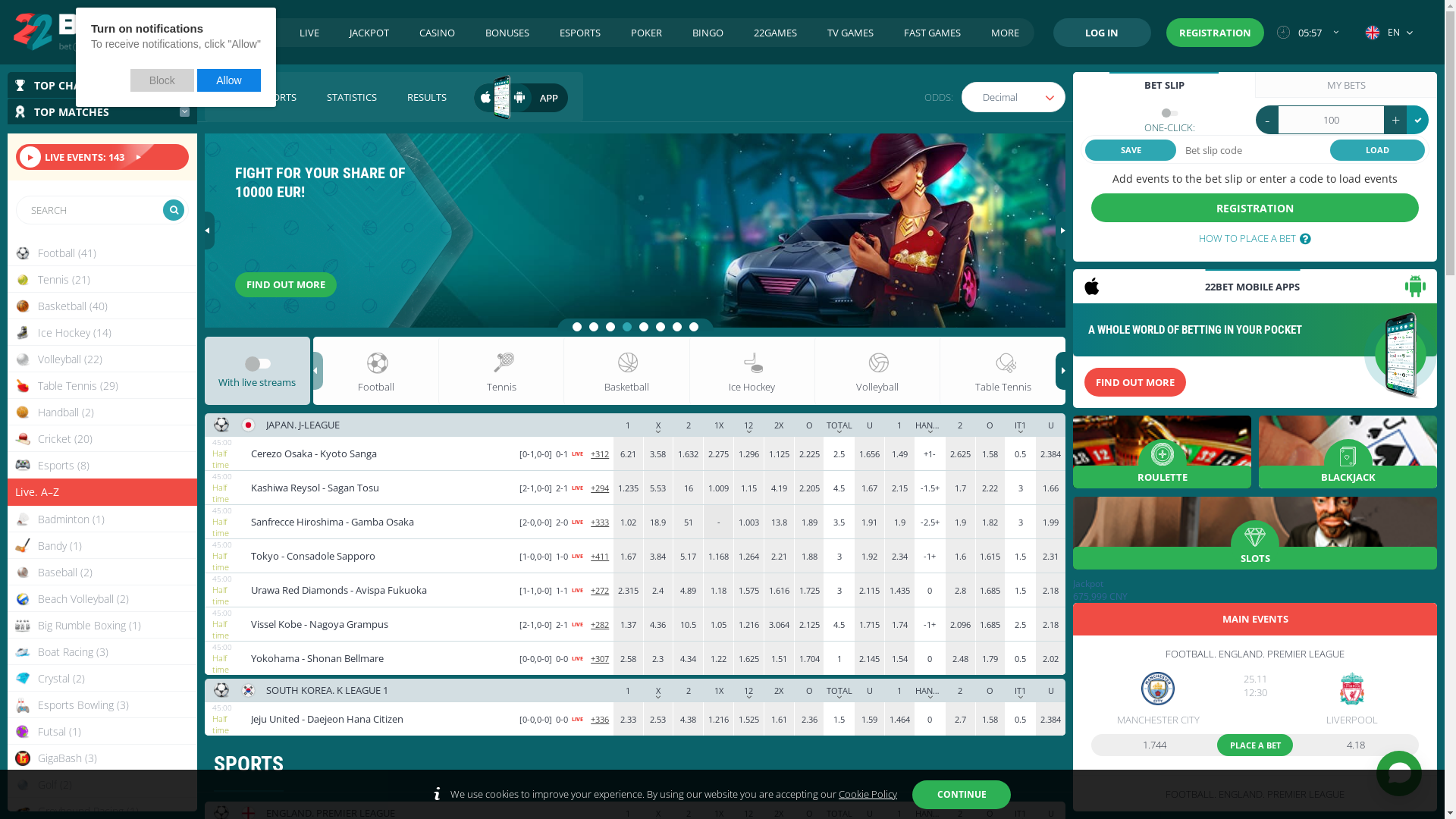 The width and height of the screenshot is (1456, 819). What do you see at coordinates (101, 758) in the screenshot?
I see `'GigaBash` at bounding box center [101, 758].